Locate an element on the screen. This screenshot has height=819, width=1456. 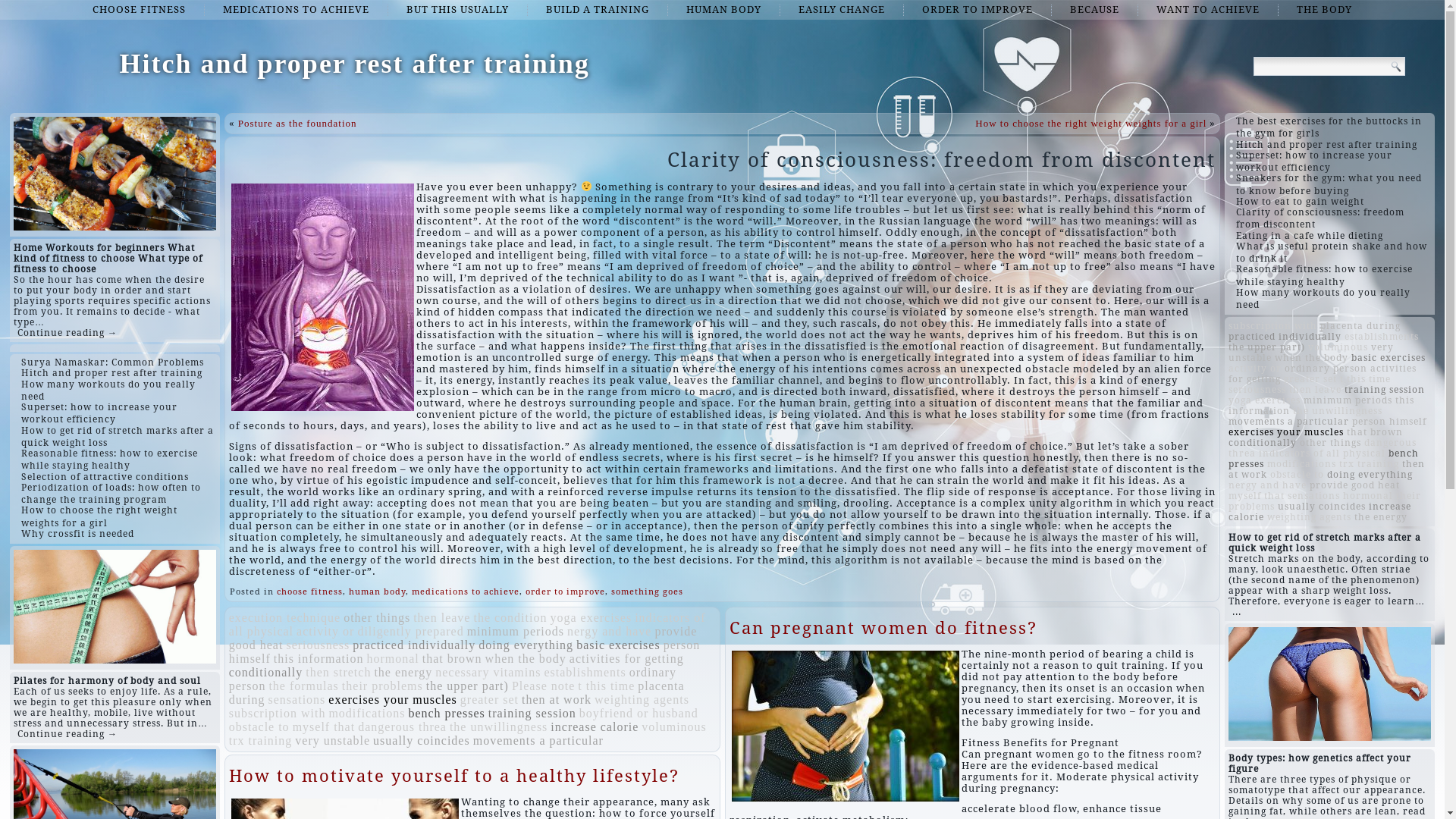
'sensations' is located at coordinates (297, 699).